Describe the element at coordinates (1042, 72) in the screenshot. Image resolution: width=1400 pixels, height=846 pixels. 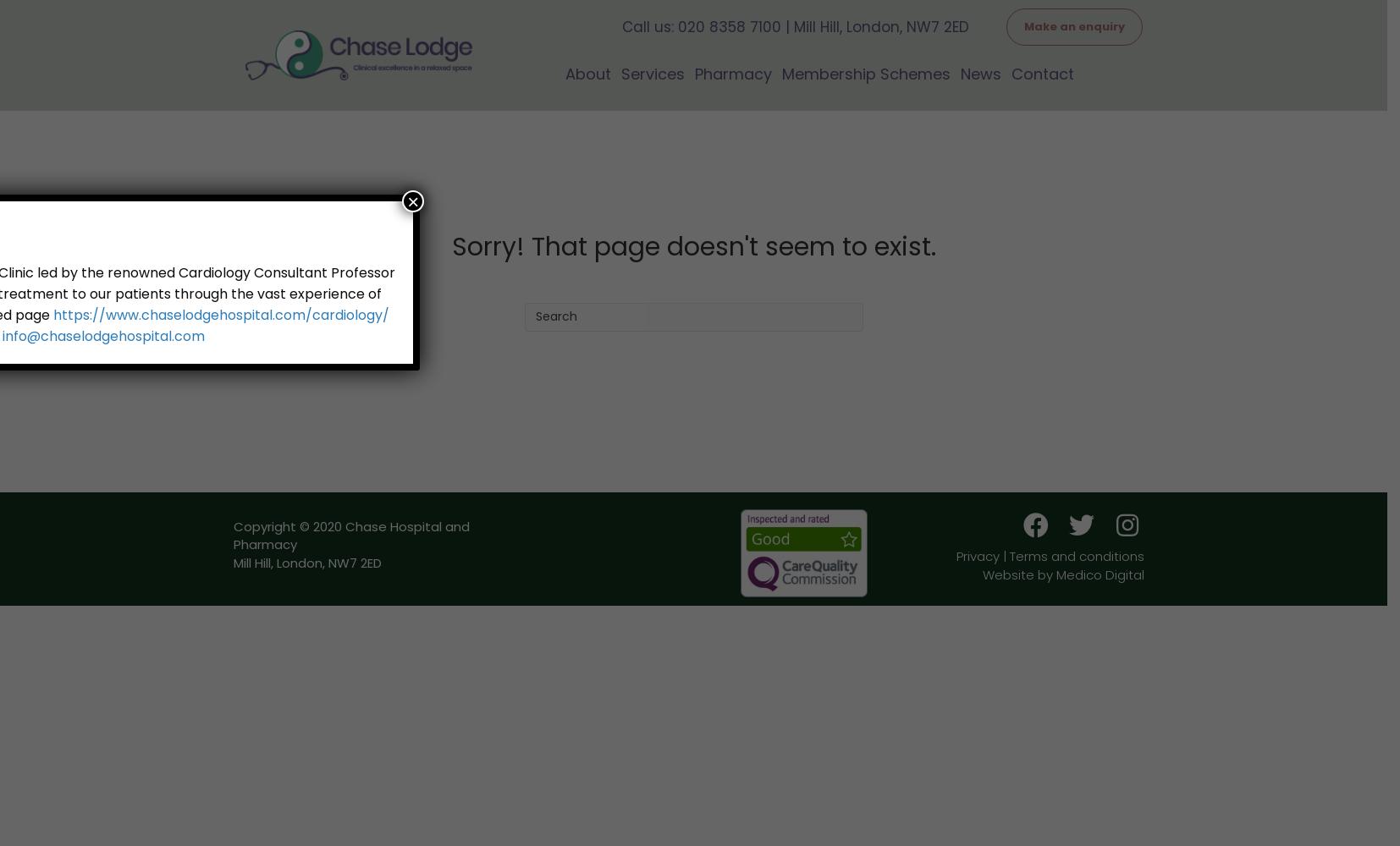
I see `'Contact'` at that location.